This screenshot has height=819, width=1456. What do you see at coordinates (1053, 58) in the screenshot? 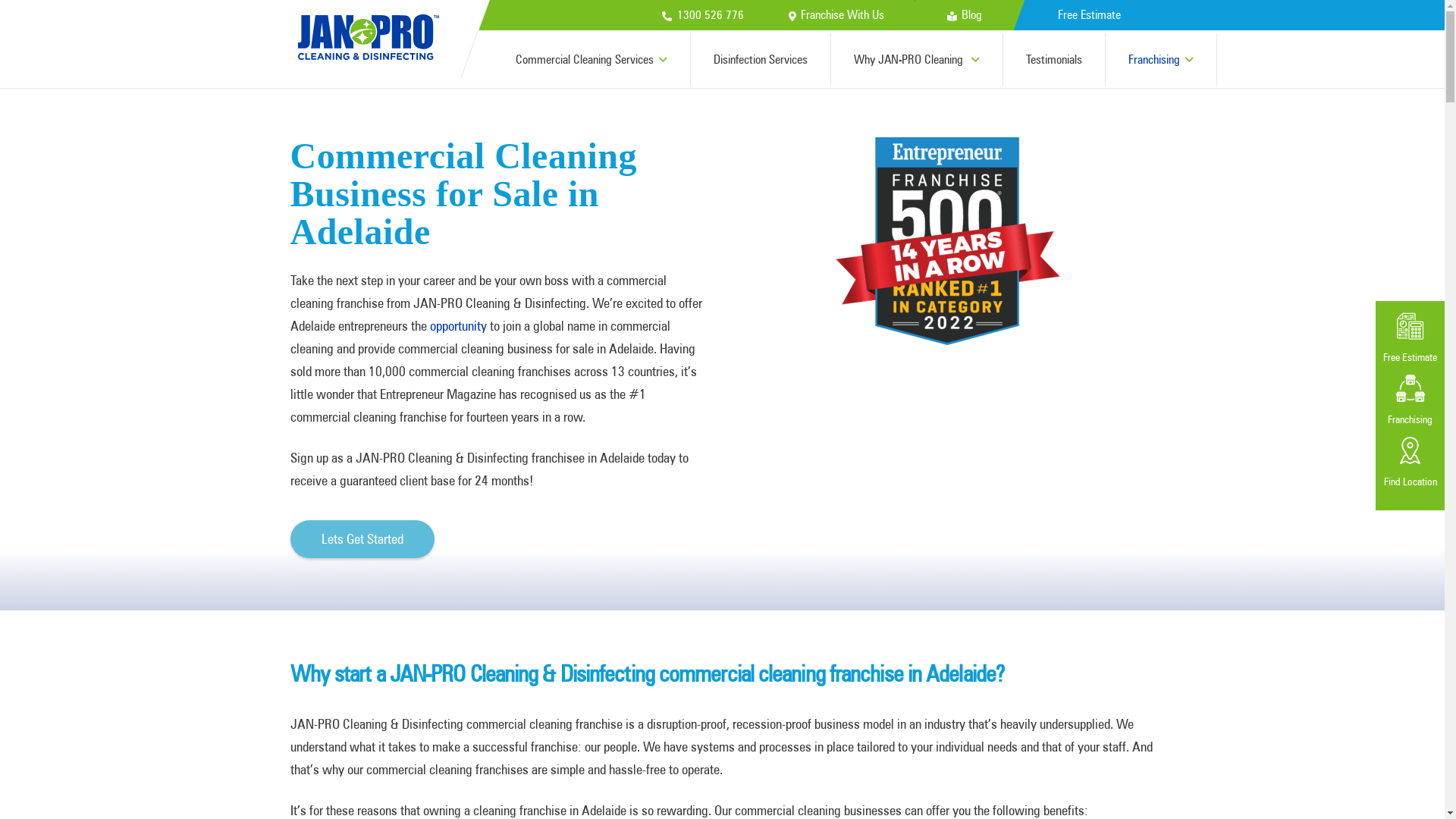
I see `'Testimonials'` at bounding box center [1053, 58].